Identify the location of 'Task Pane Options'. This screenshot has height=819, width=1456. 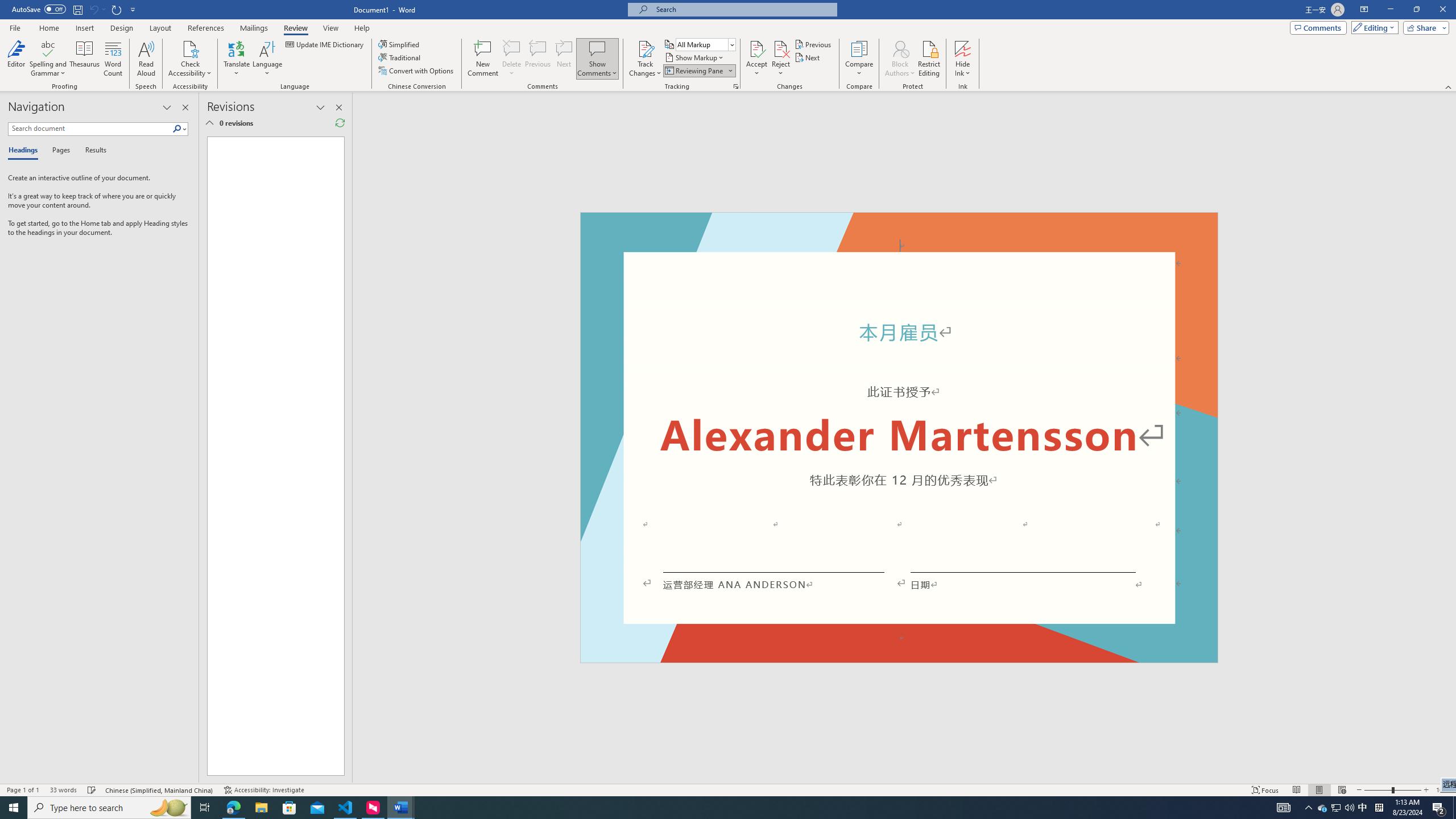
(167, 107).